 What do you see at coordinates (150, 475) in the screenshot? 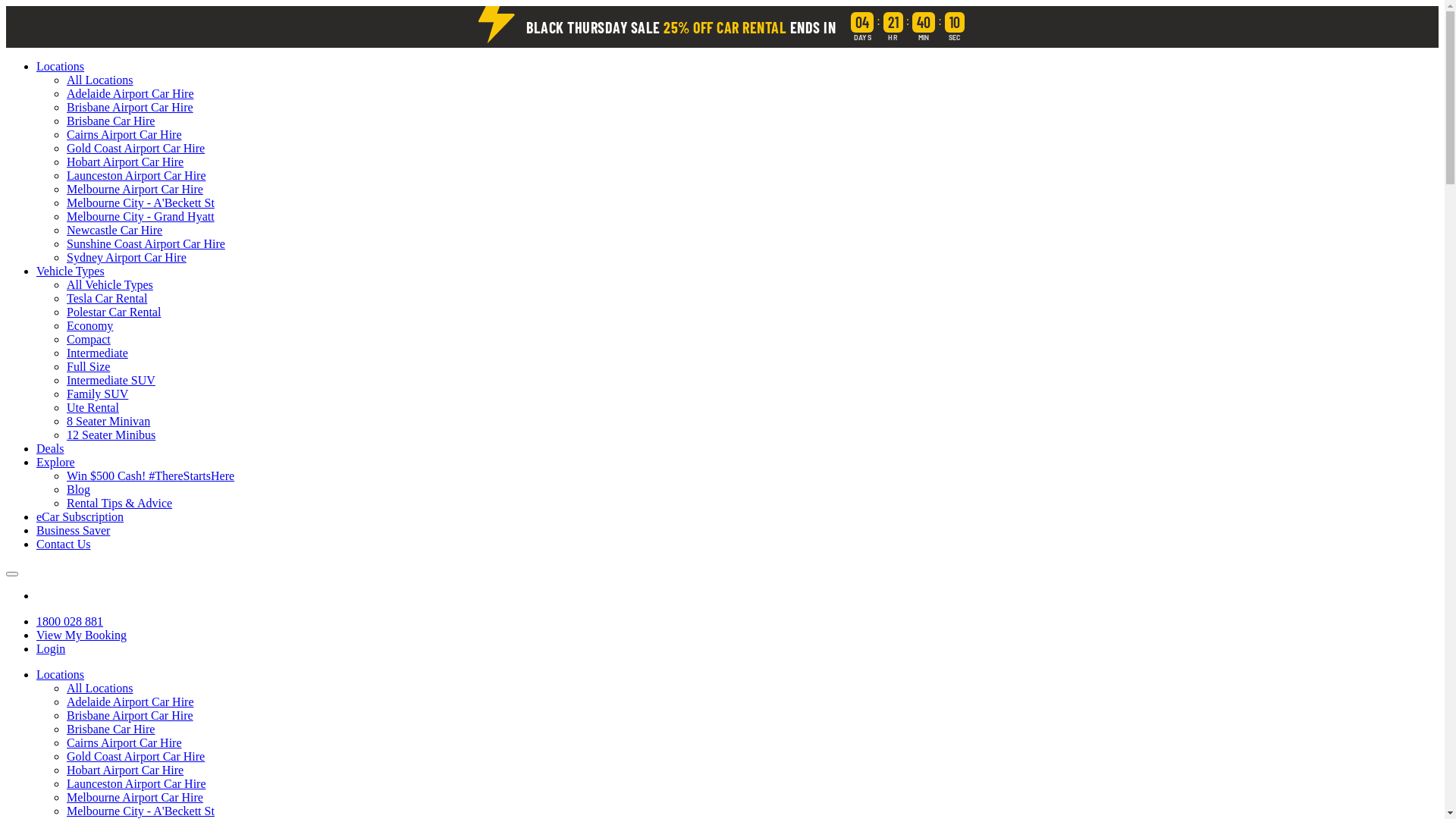
I see `'Win $500 Cash! #ThereStartsHere'` at bounding box center [150, 475].